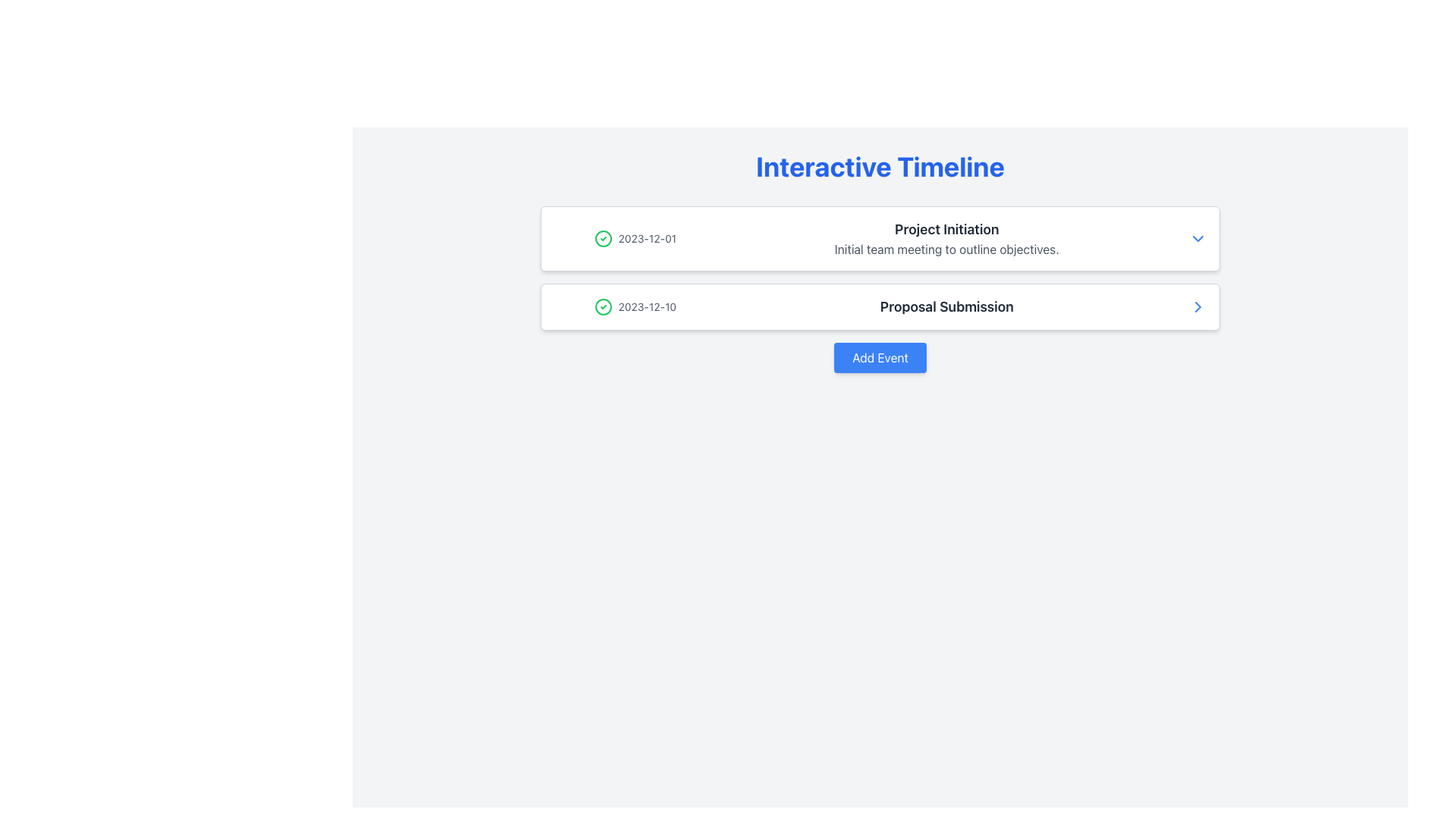 Image resolution: width=1456 pixels, height=819 pixels. I want to click on the text display element that shows the date of a timeline event, located on the left side of the event description in the first entry of a vertically stacked list, so click(635, 239).